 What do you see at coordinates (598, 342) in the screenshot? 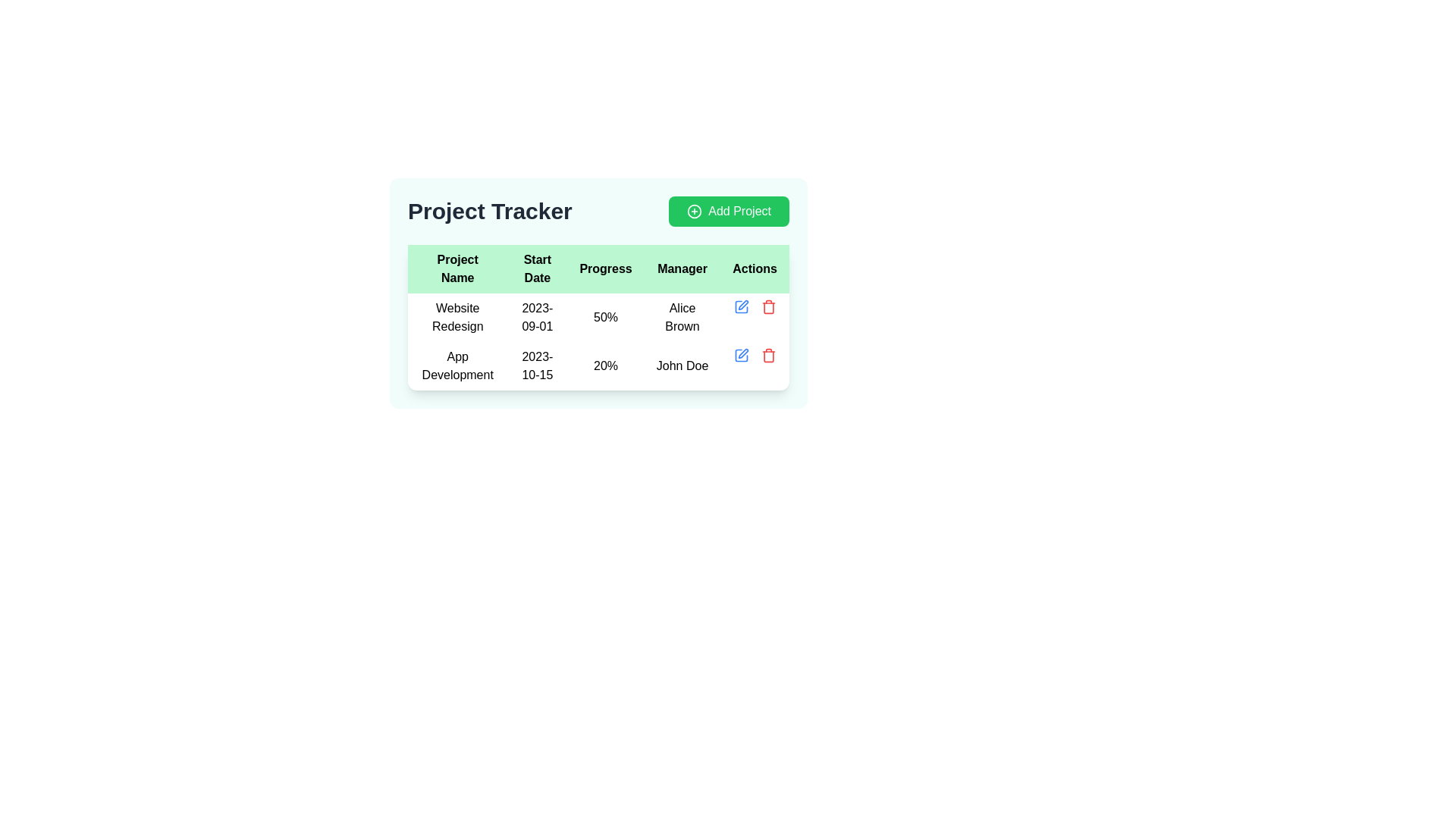
I see `the second row of the Project Tracker table displaying project data for 'App Development', which includes '2023-10-15', '20%', and 'John Doe'` at bounding box center [598, 342].